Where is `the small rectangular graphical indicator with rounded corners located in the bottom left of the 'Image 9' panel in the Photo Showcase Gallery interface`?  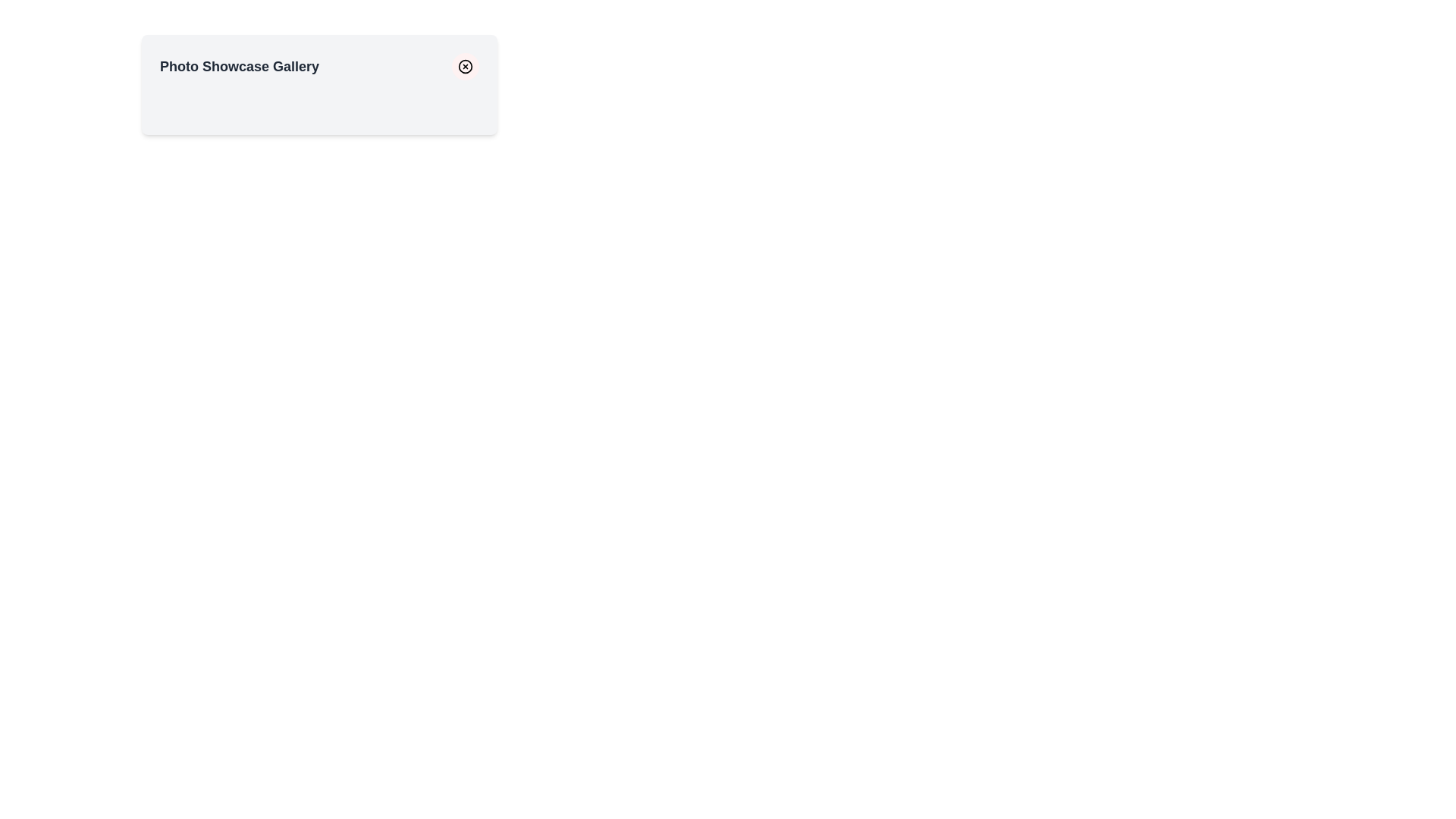 the small rectangular graphical indicator with rounded corners located in the bottom left of the 'Image 9' panel in the Photo Showcase Gallery interface is located at coordinates (390, 124).